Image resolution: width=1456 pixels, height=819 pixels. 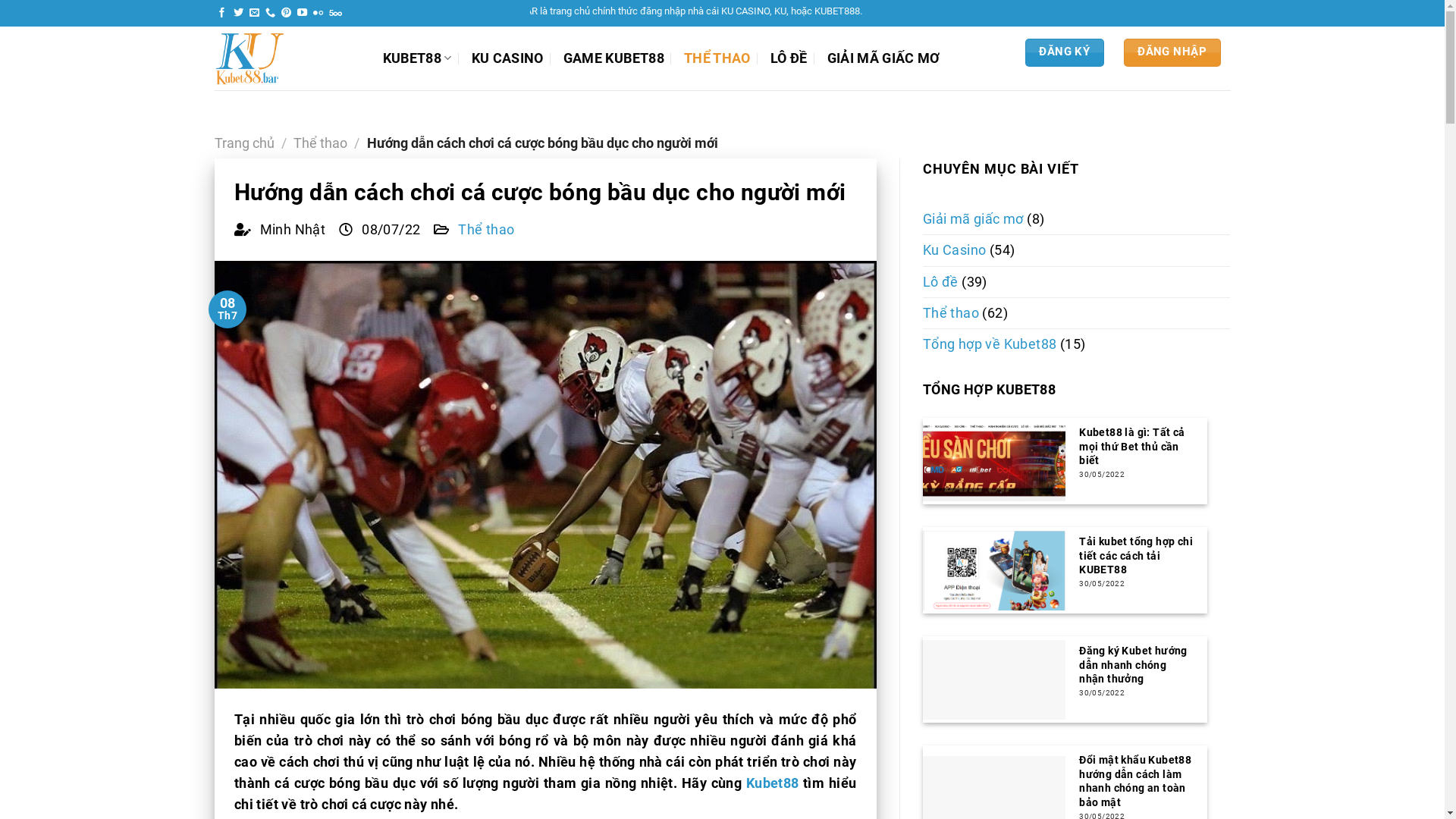 What do you see at coordinates (302, 13) in the screenshot?
I see `'Follow on YouTube'` at bounding box center [302, 13].